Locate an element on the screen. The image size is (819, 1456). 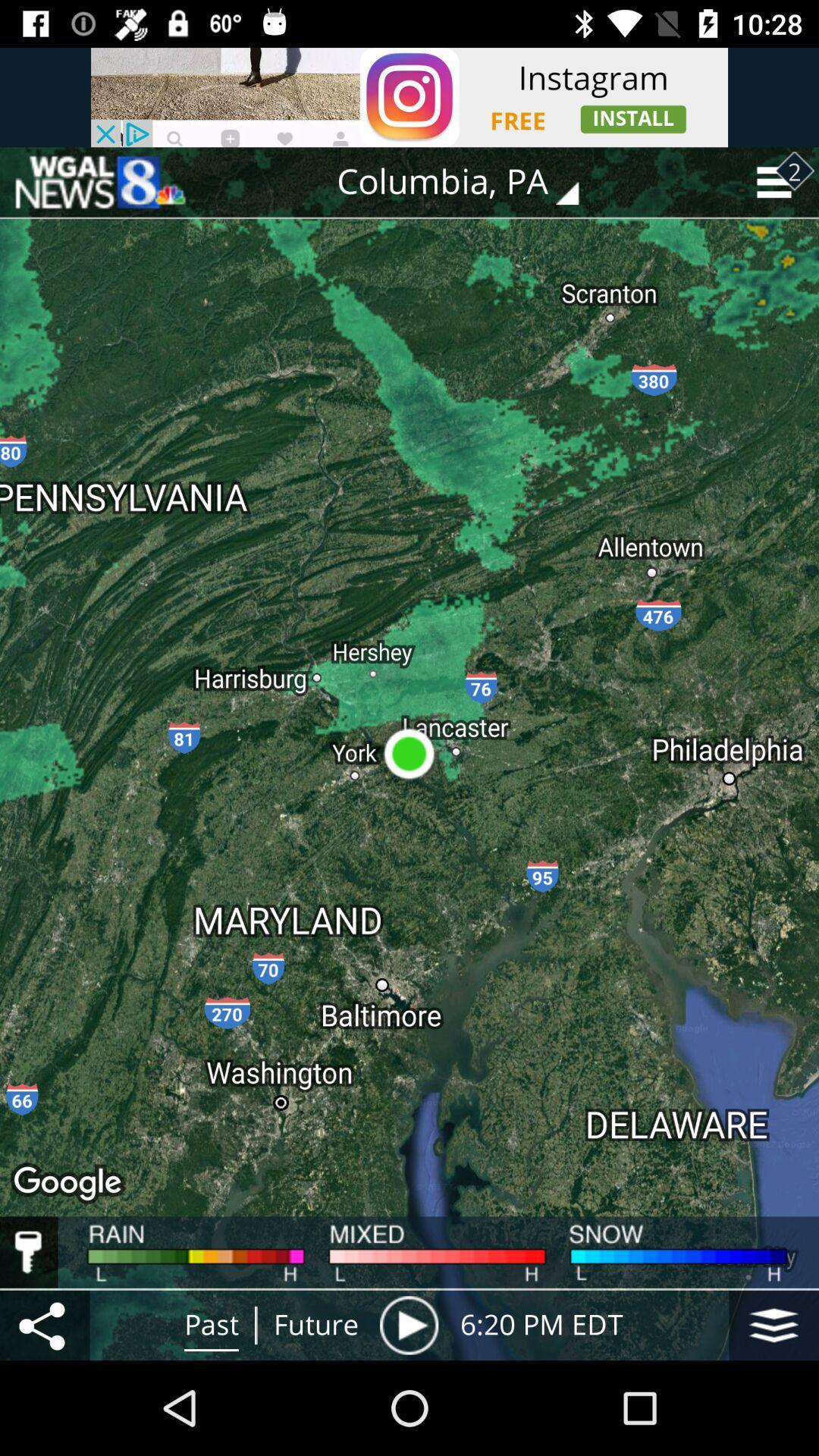
icon next to 6 20 pm is located at coordinates (773, 1324).